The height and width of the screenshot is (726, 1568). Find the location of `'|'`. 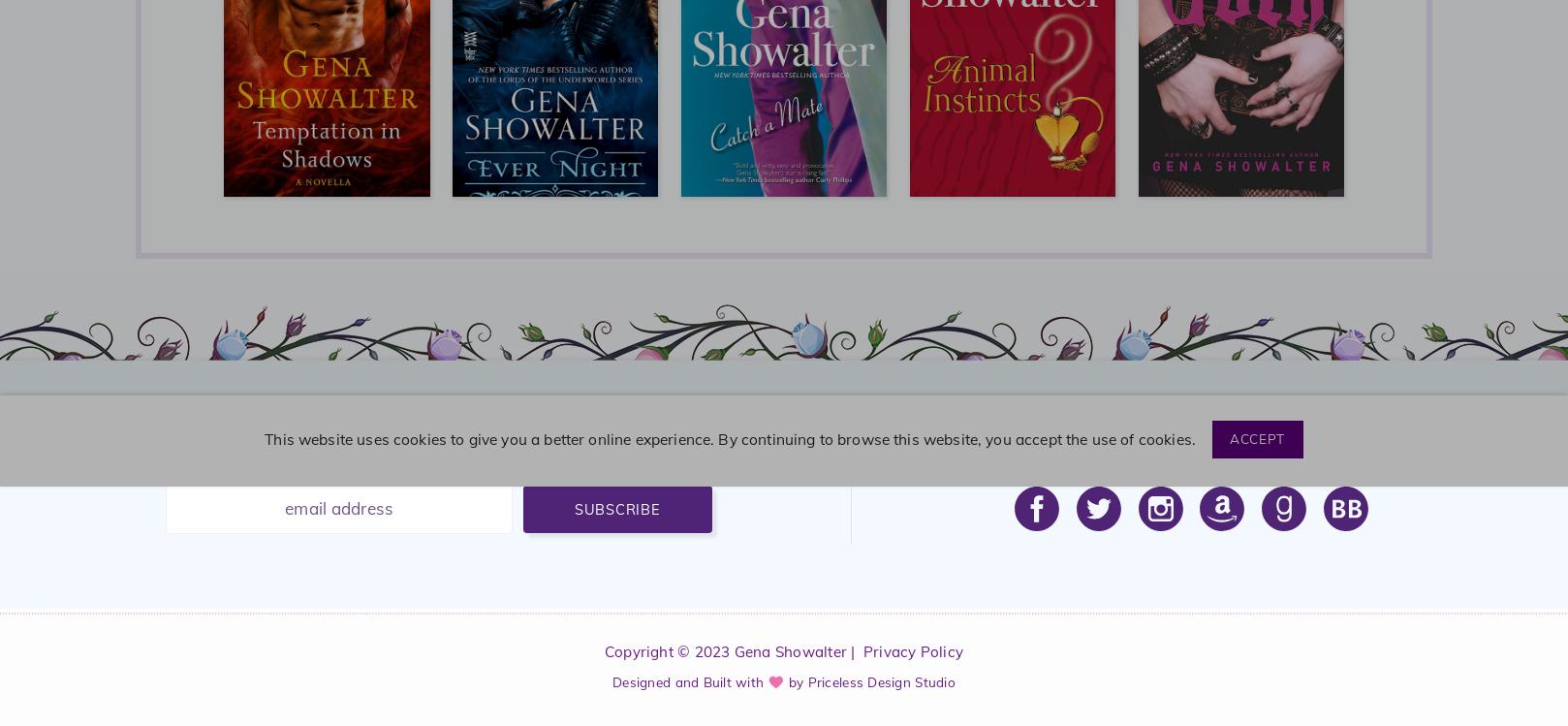

'|' is located at coordinates (854, 650).